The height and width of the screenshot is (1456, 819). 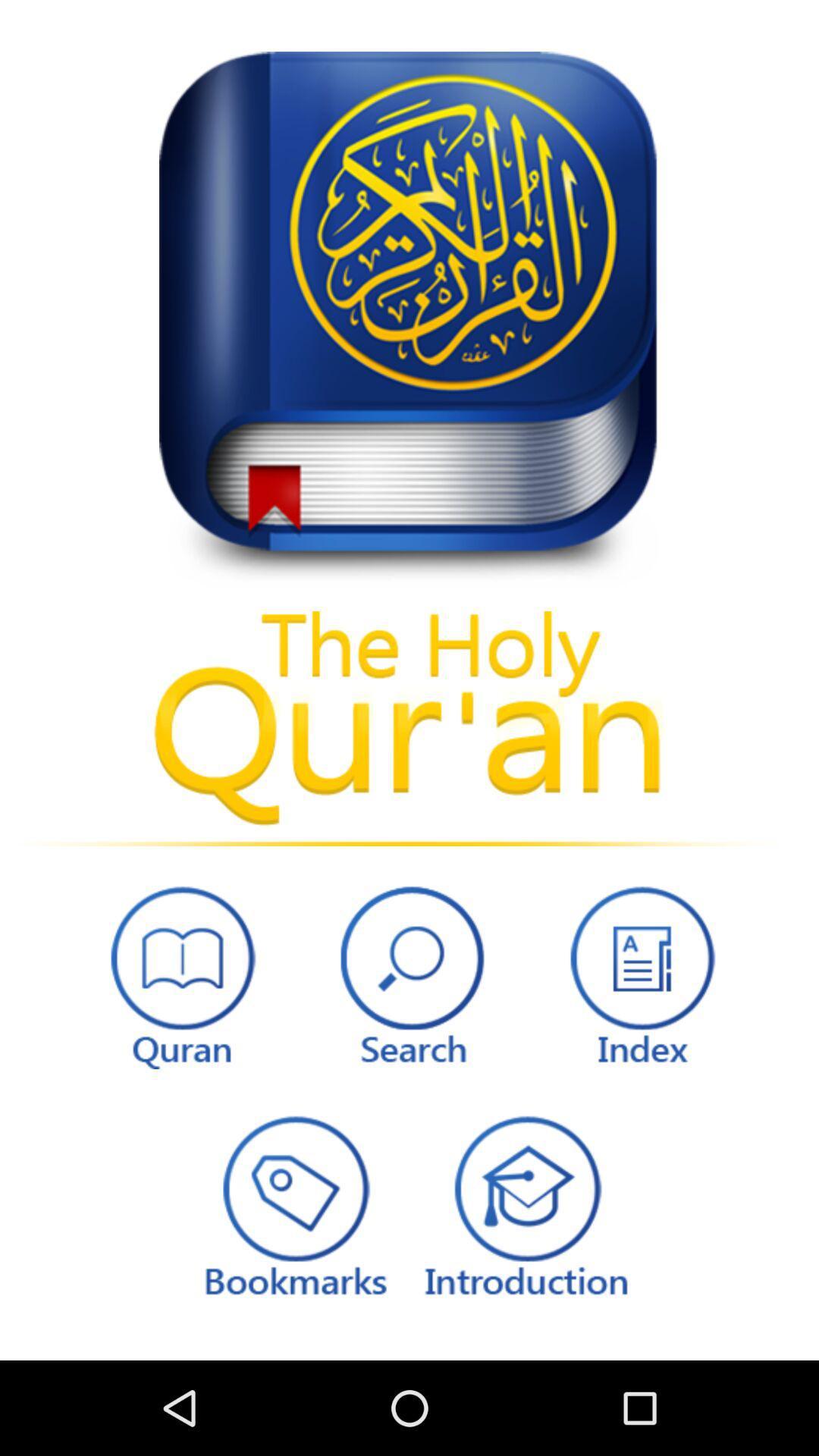 I want to click on icon at the bottom left corner, so click(x=178, y=973).